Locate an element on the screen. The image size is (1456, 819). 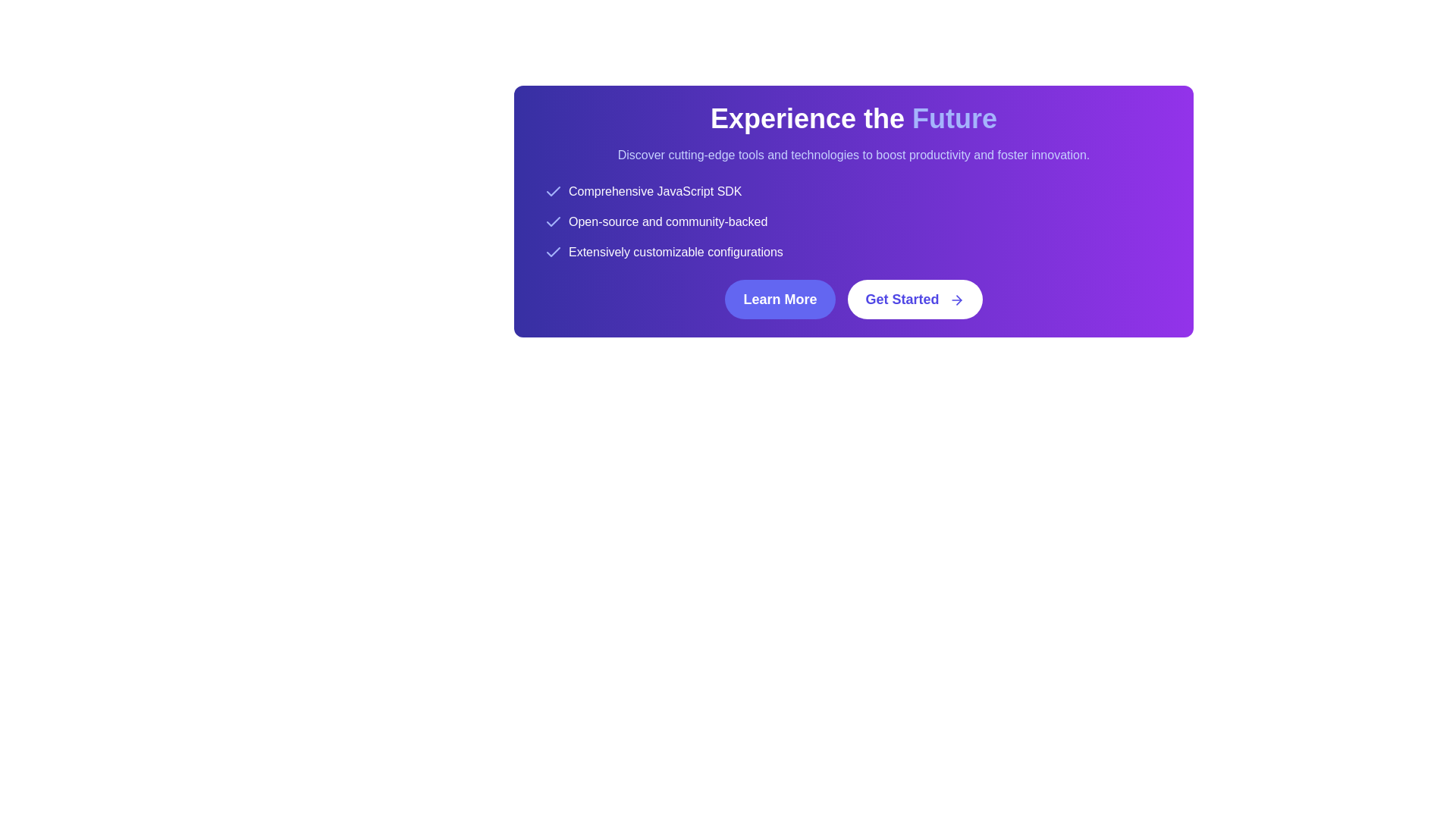
the List with icons that contains three textual items each with a checkmark icon, located below the heading 'Experience the Future' is located at coordinates (854, 222).